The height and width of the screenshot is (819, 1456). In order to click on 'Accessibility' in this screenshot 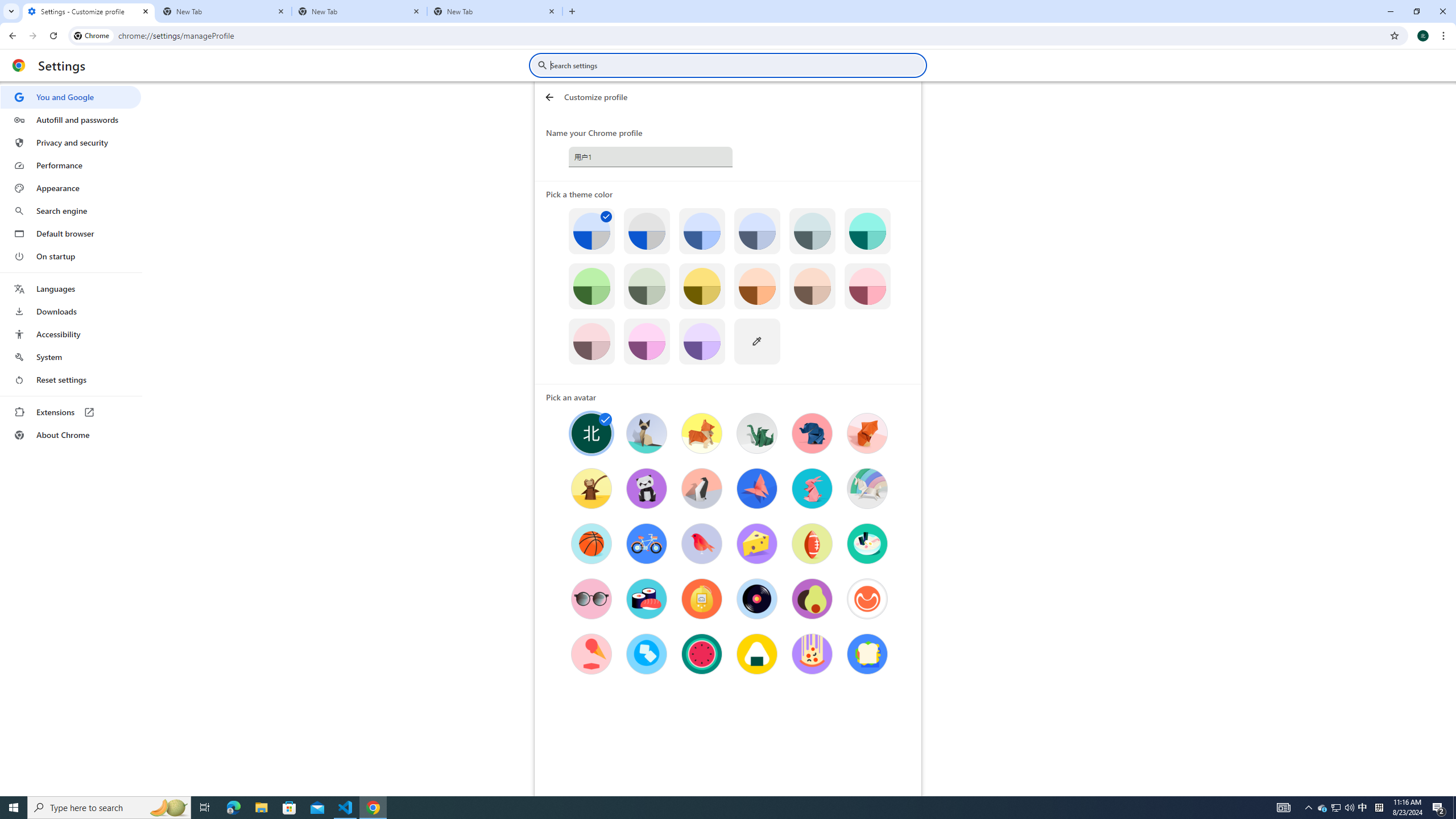, I will do `click(70, 333)`.